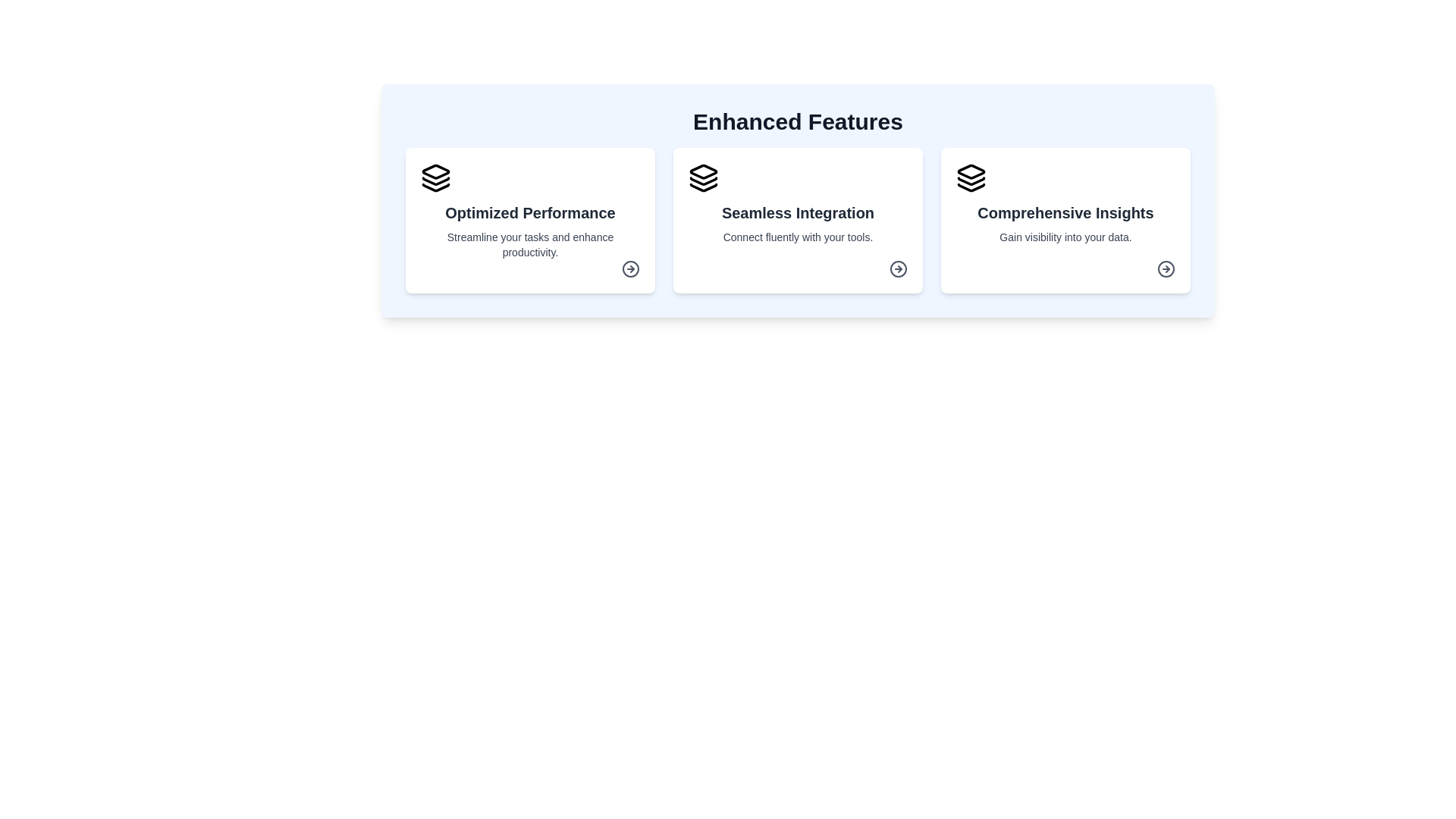 Image resolution: width=1456 pixels, height=819 pixels. Describe the element at coordinates (702, 171) in the screenshot. I see `the decorative icon representing 'Seamless Integration' in the second card of the 'Enhanced Features' section` at that location.